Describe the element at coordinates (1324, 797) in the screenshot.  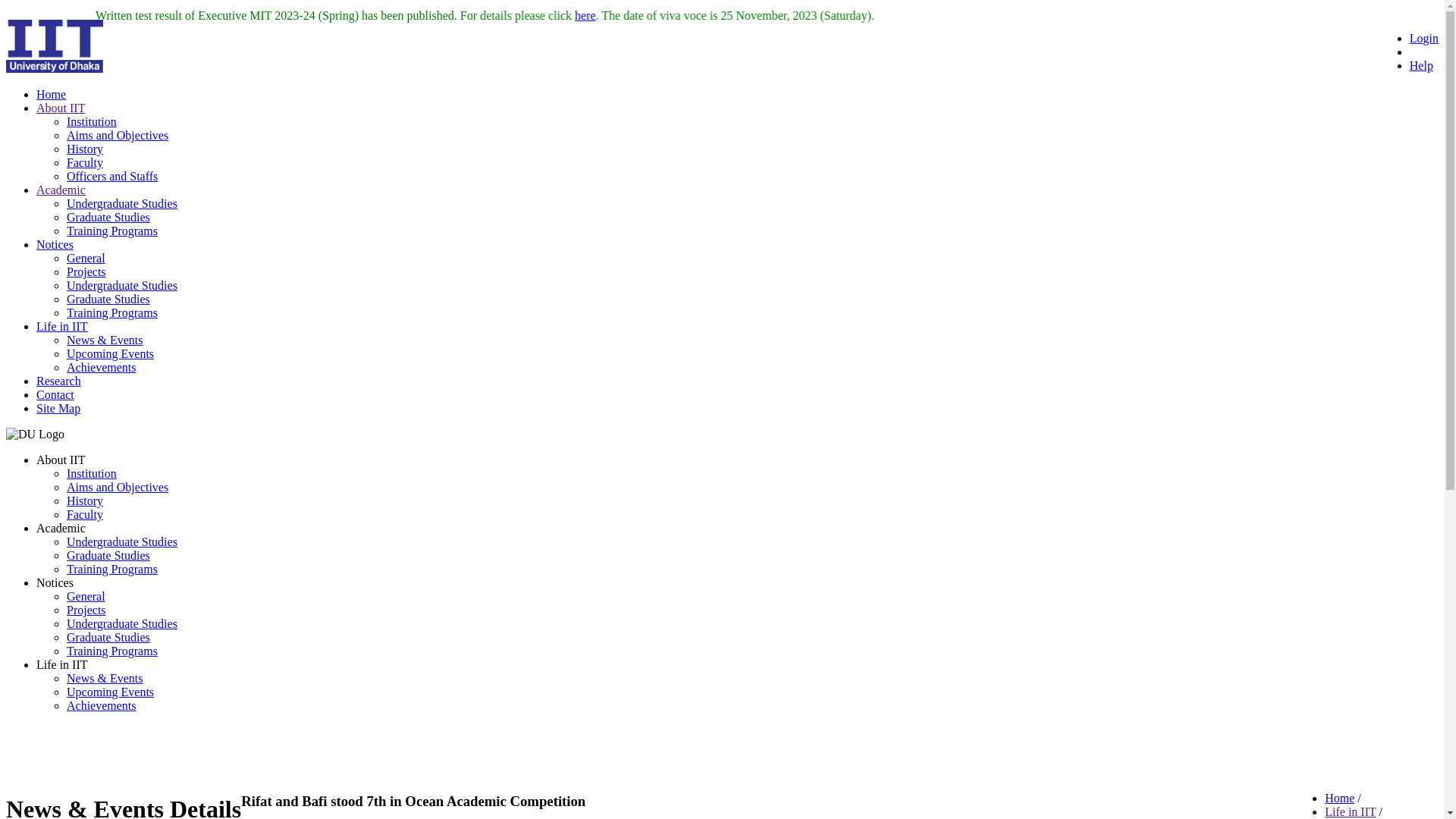
I see `'Home'` at that location.